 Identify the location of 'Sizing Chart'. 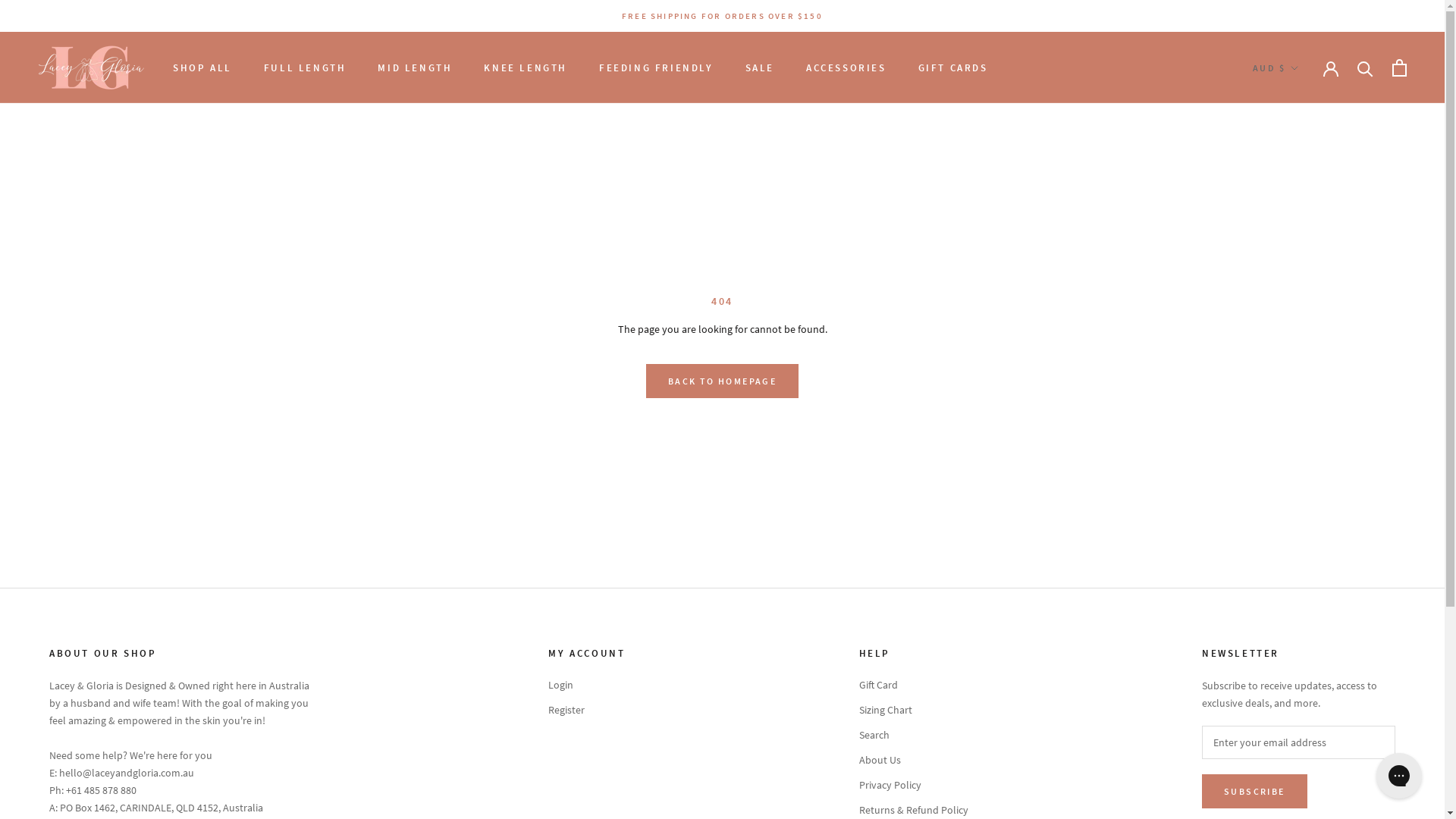
(858, 710).